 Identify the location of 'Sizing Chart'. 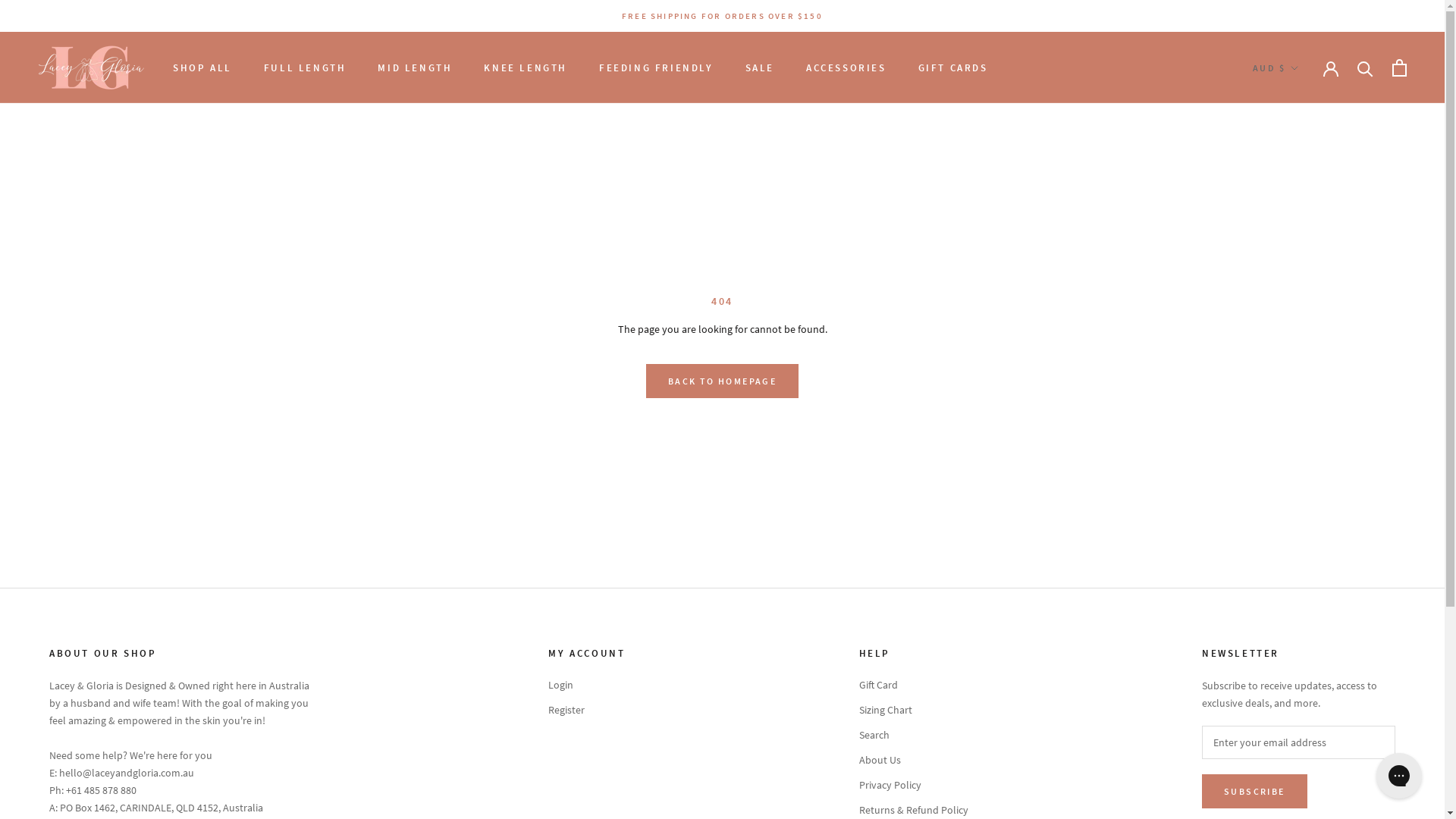
(858, 710).